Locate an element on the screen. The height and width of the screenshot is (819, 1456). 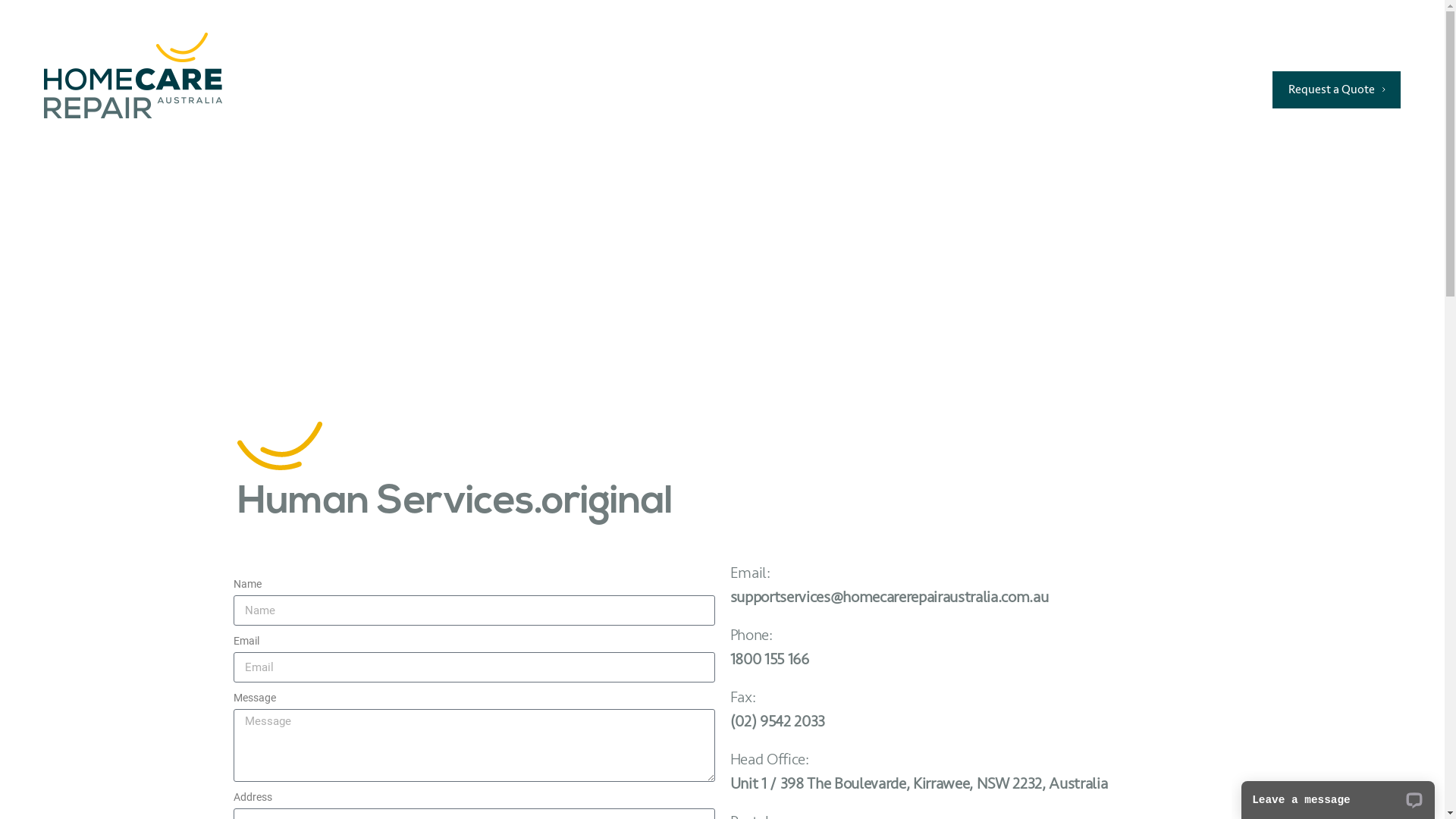
'Request a Quote' is located at coordinates (1272, 89).